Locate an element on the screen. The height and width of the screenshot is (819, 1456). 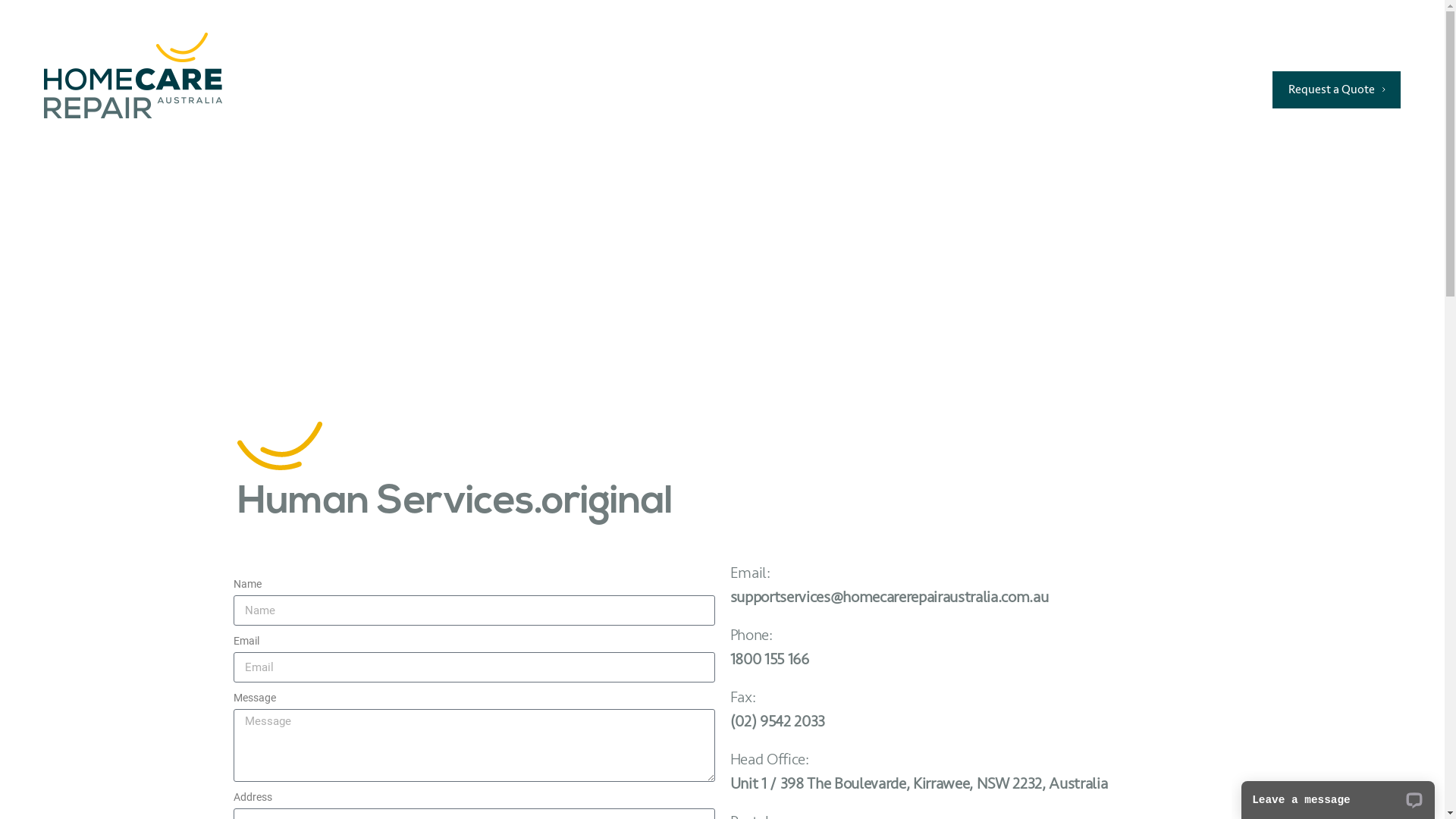
'Request a Quote' is located at coordinates (1272, 89).